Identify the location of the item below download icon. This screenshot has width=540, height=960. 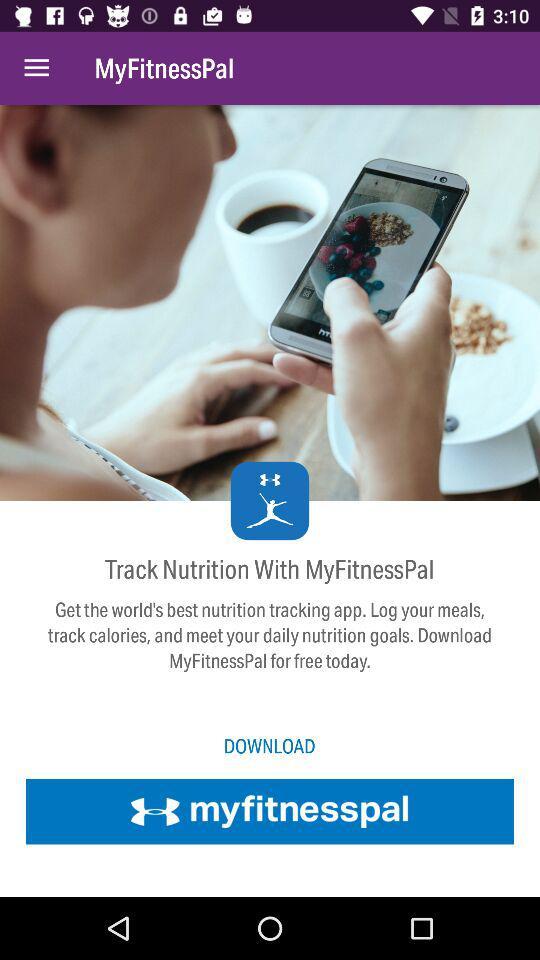
(270, 811).